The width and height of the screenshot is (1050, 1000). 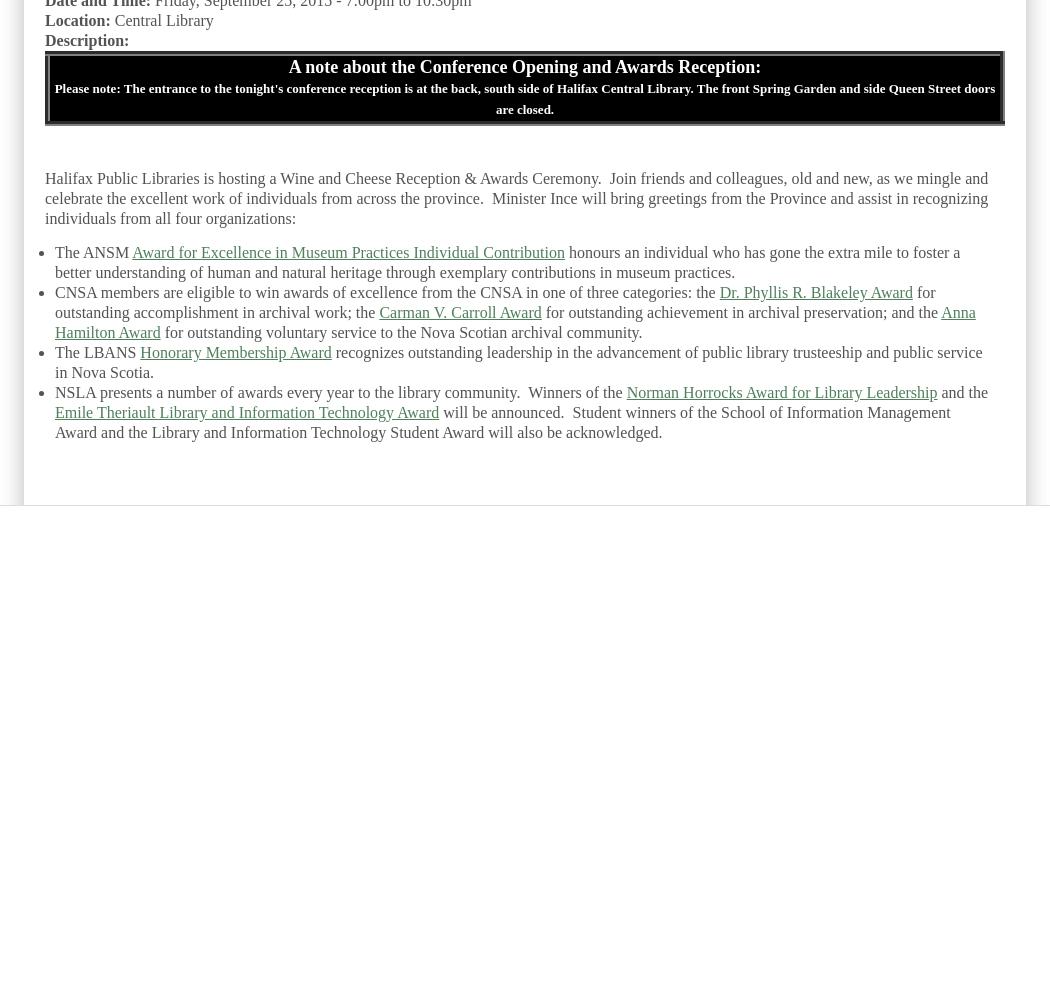 I want to click on 'The ANSM', so click(x=93, y=251).